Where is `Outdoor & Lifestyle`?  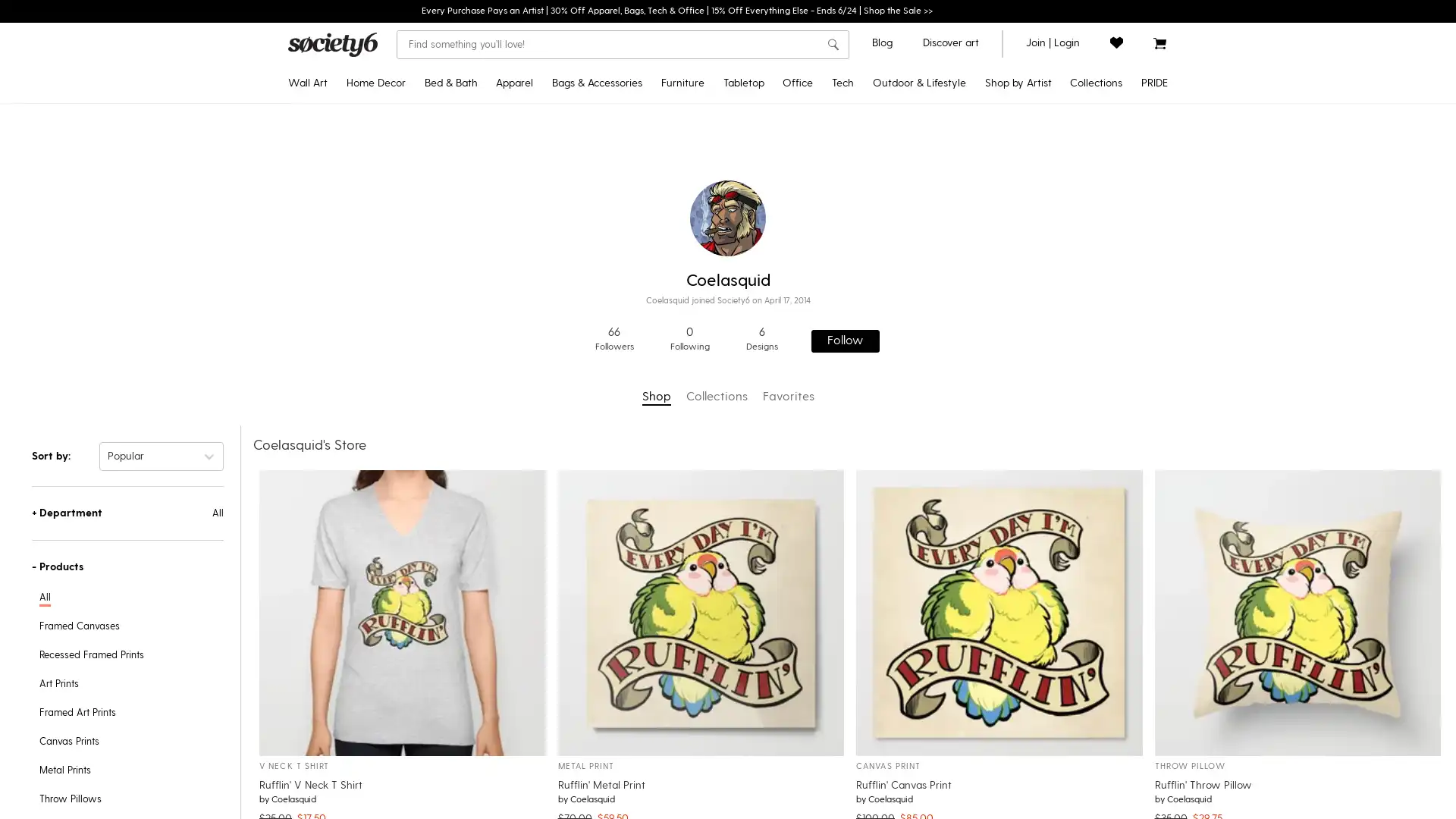
Outdoor & Lifestyle is located at coordinates (918, 83).